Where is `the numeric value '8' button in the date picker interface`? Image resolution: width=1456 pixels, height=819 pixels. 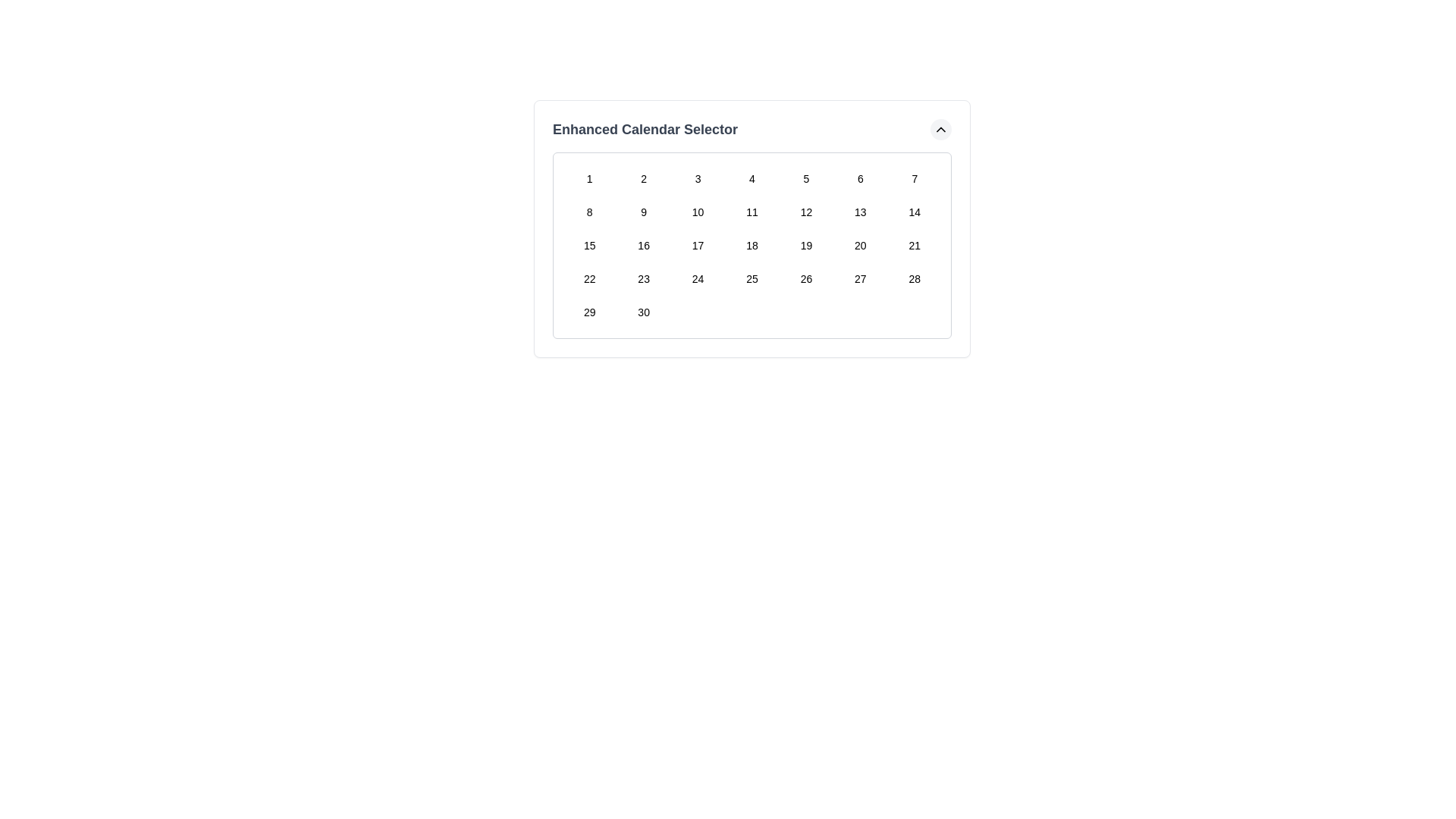 the numeric value '8' button in the date picker interface is located at coordinates (588, 212).